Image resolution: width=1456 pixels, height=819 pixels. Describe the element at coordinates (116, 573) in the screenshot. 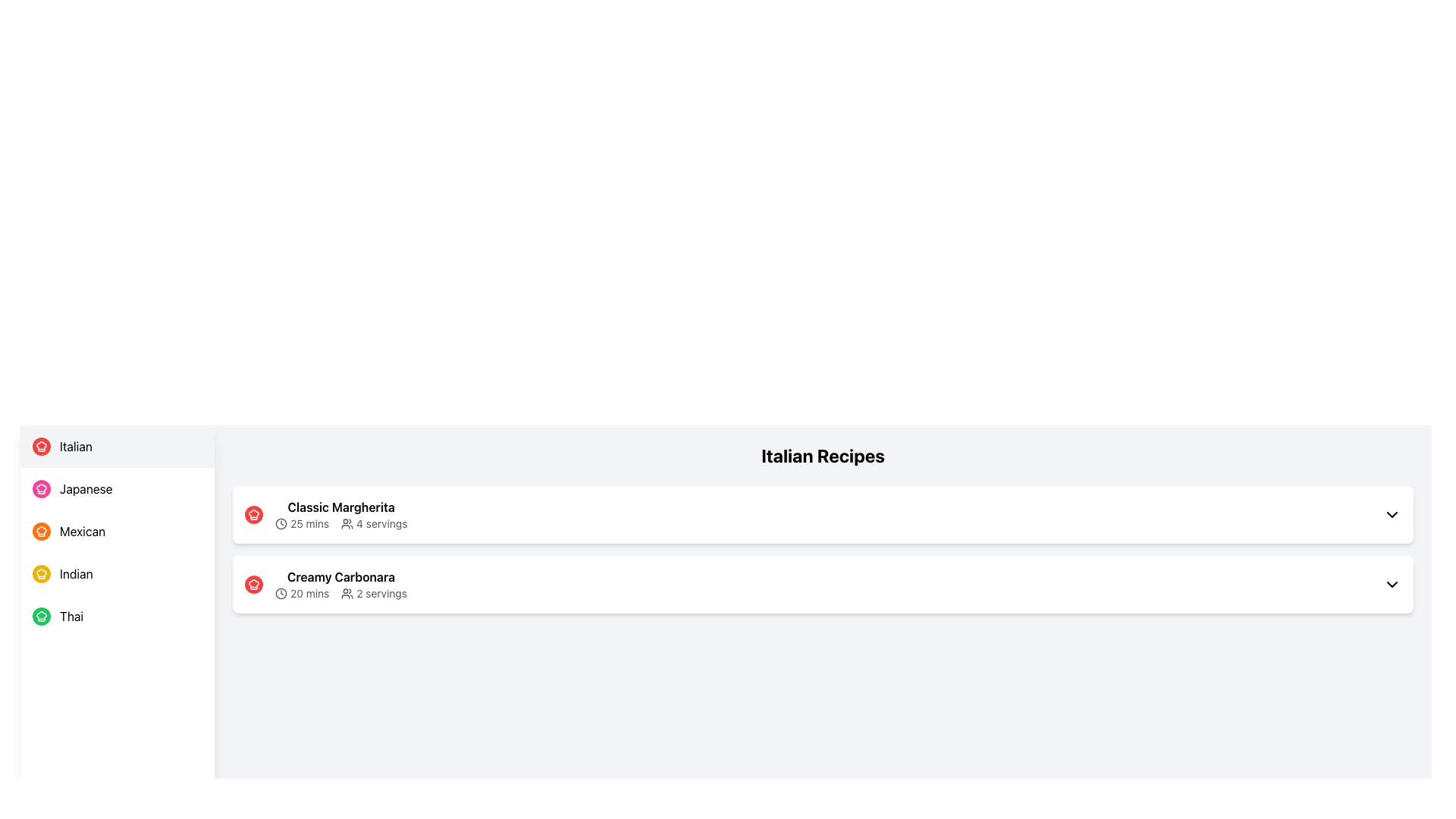

I see `the 'Indian' cuisine menu item located as the fourth element in the vertical list of cuisine options to filter or display Indian-related content` at that location.